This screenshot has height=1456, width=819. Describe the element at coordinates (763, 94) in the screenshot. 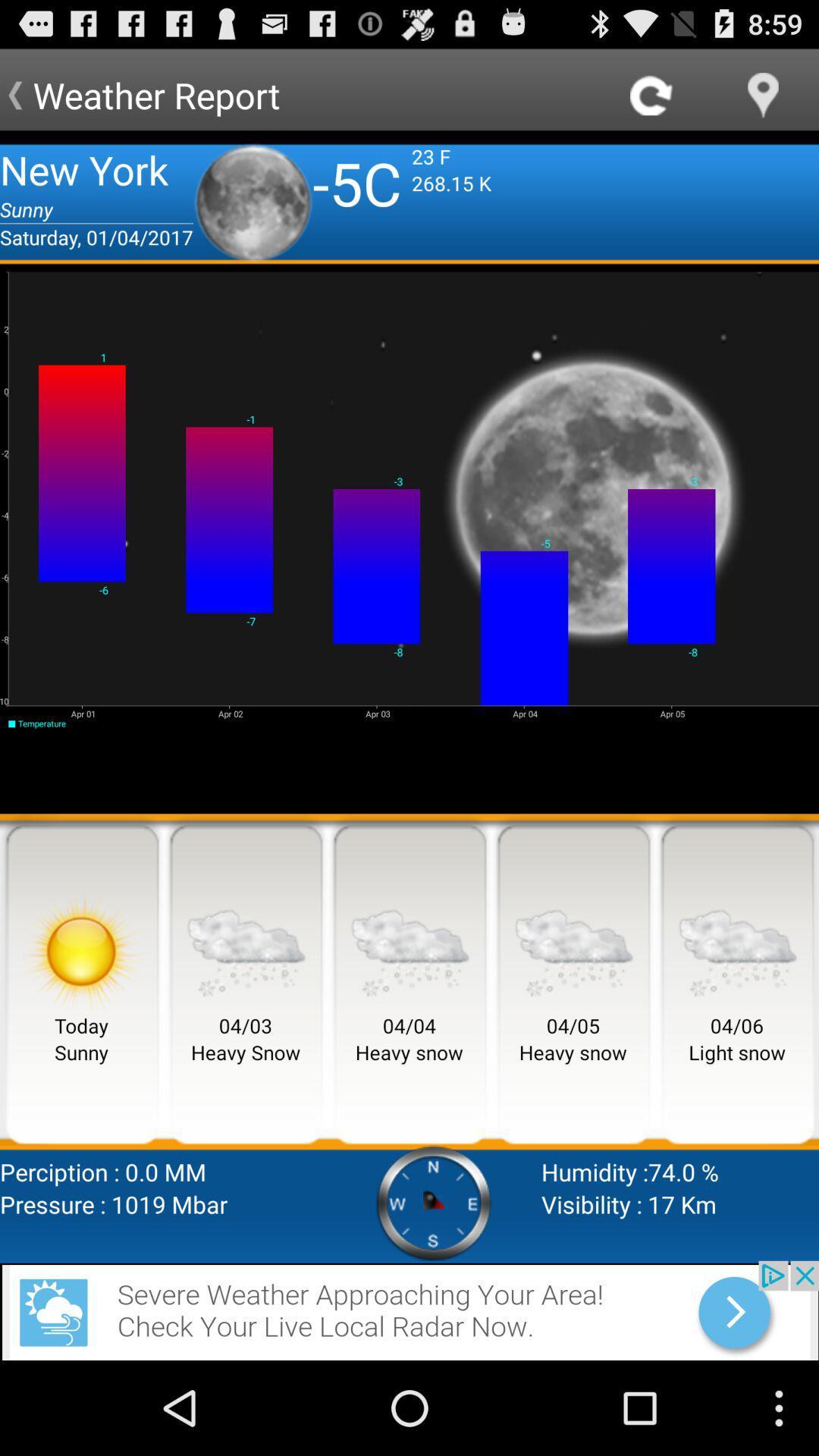

I see `open maps` at that location.